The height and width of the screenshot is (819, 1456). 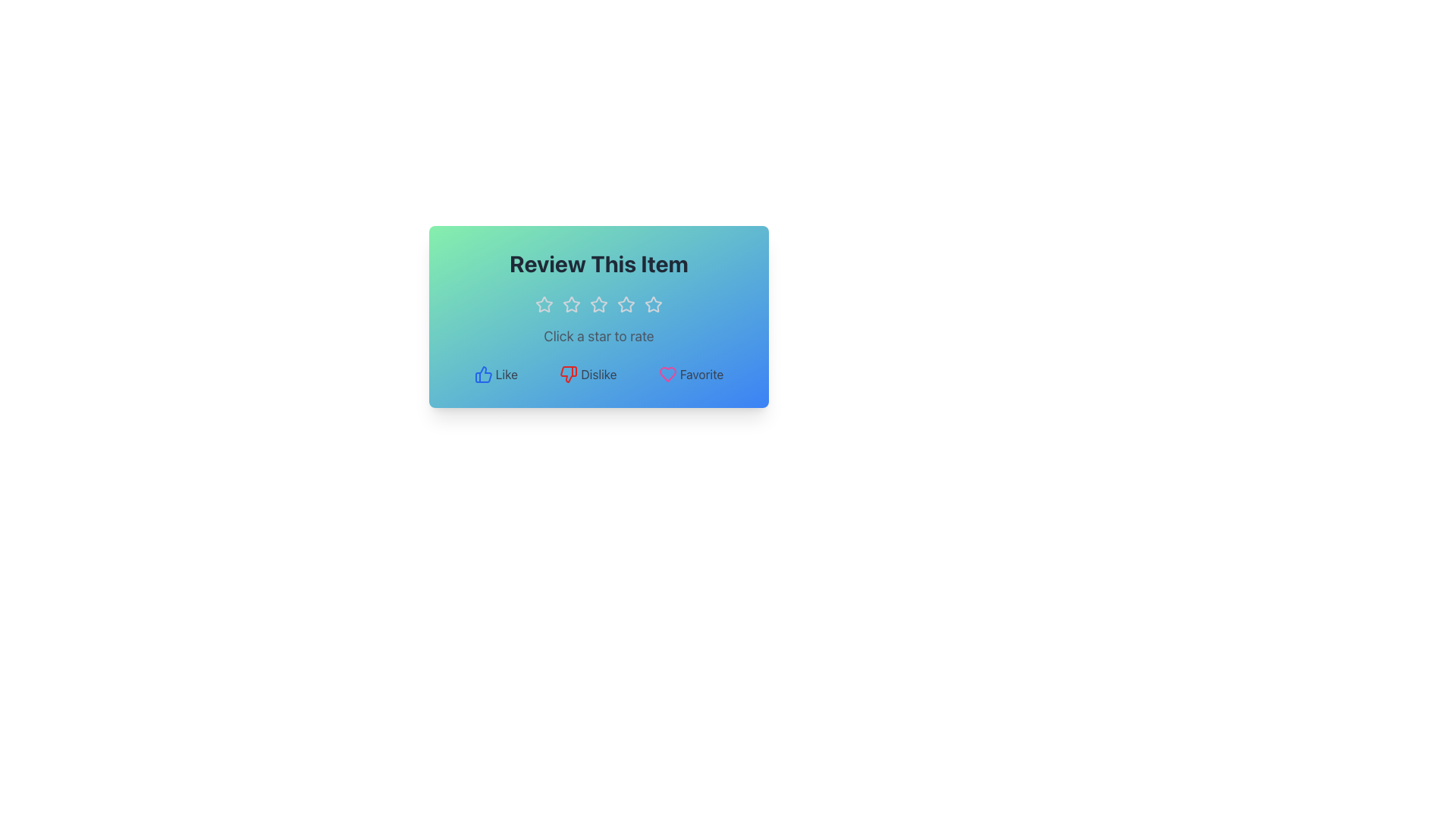 I want to click on text label indicating the 'like' action, which is positioned underneath the heading 'Review This Item', to the left of the 'Dislike' label and immediately to the right of the thumbs-up icon, so click(x=507, y=374).